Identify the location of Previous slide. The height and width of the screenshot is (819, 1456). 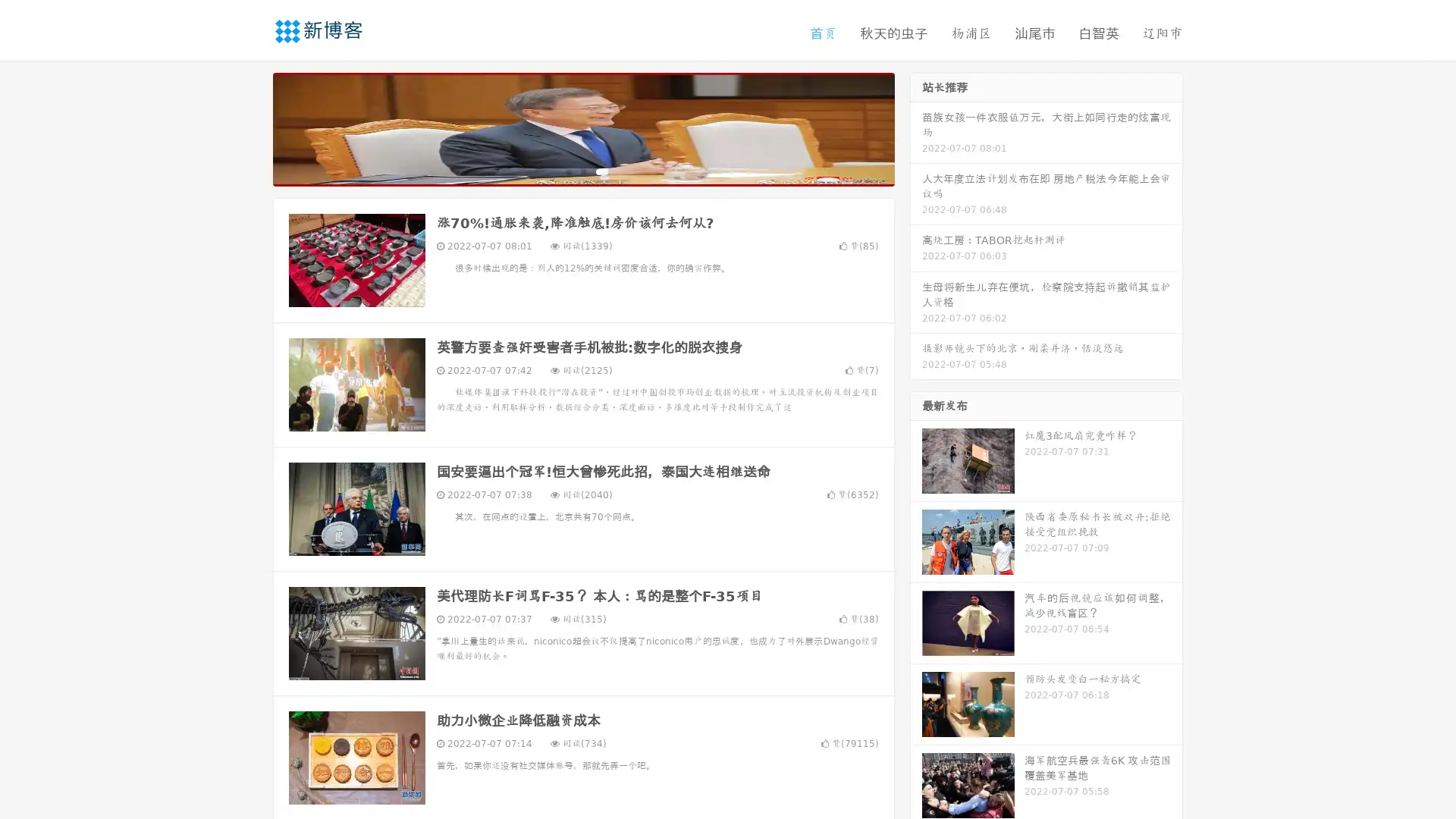
(250, 127).